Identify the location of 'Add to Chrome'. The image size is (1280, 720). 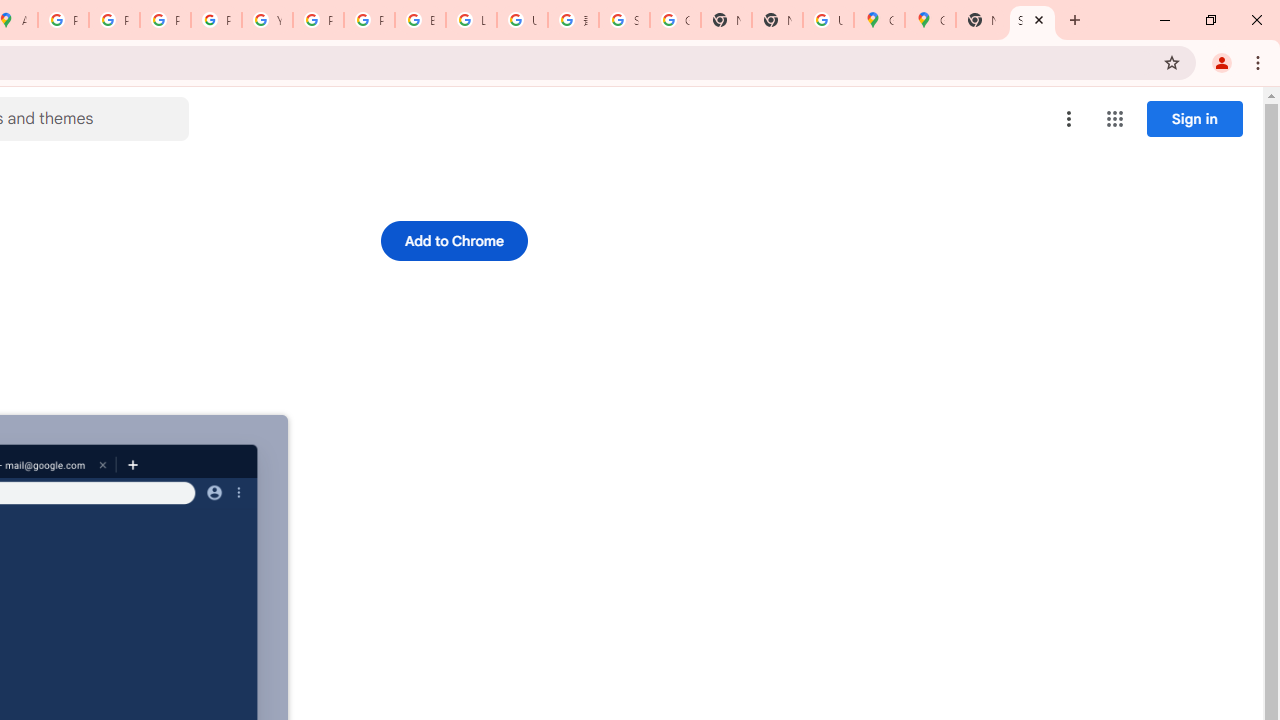
(452, 239).